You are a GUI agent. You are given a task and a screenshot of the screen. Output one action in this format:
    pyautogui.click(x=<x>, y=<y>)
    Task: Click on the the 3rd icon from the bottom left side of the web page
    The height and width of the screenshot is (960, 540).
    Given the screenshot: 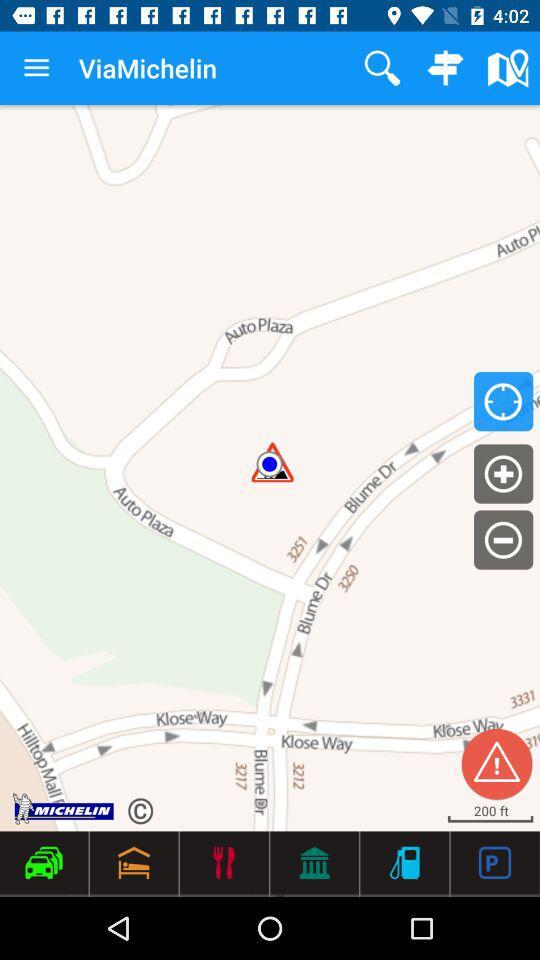 What is the action you would take?
    pyautogui.click(x=223, y=861)
    